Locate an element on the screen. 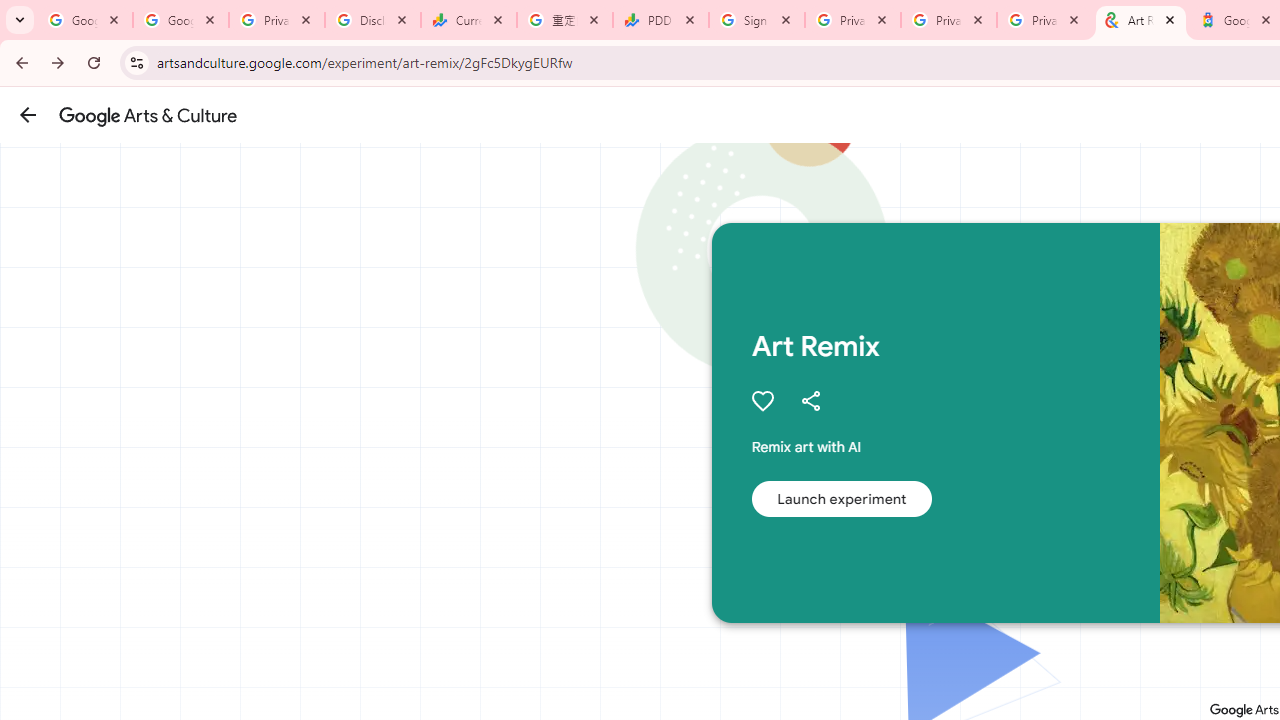  'Privacy Checkup' is located at coordinates (1044, 20).